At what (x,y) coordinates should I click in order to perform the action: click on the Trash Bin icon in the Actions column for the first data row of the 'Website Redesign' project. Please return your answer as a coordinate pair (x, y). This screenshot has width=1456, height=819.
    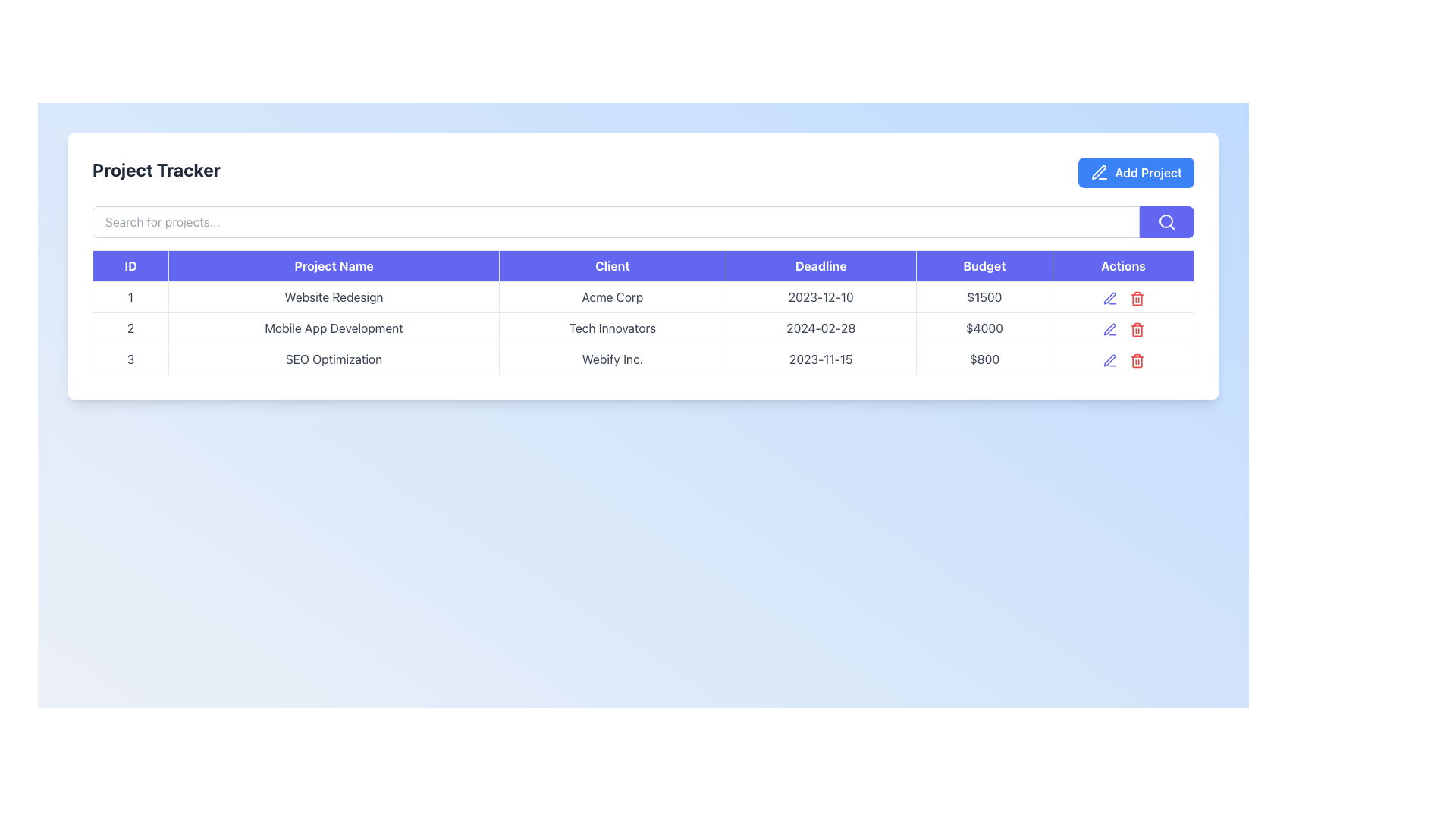
    Looking at the image, I should click on (1136, 298).